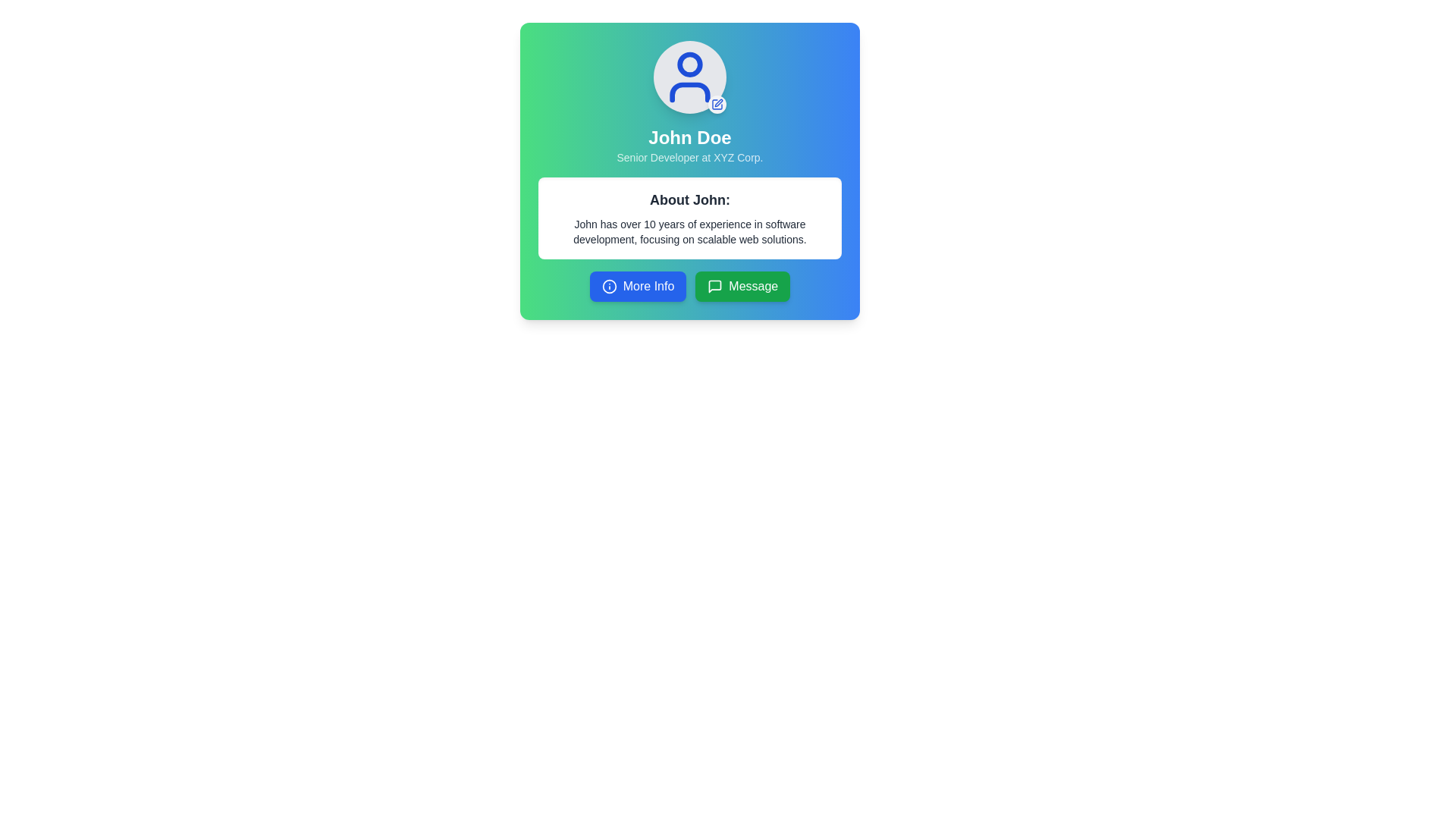 The width and height of the screenshot is (1456, 819). What do you see at coordinates (609, 287) in the screenshot?
I see `the information icon located to the left of the 'More Info' text on the button, which represents an information-related action` at bounding box center [609, 287].